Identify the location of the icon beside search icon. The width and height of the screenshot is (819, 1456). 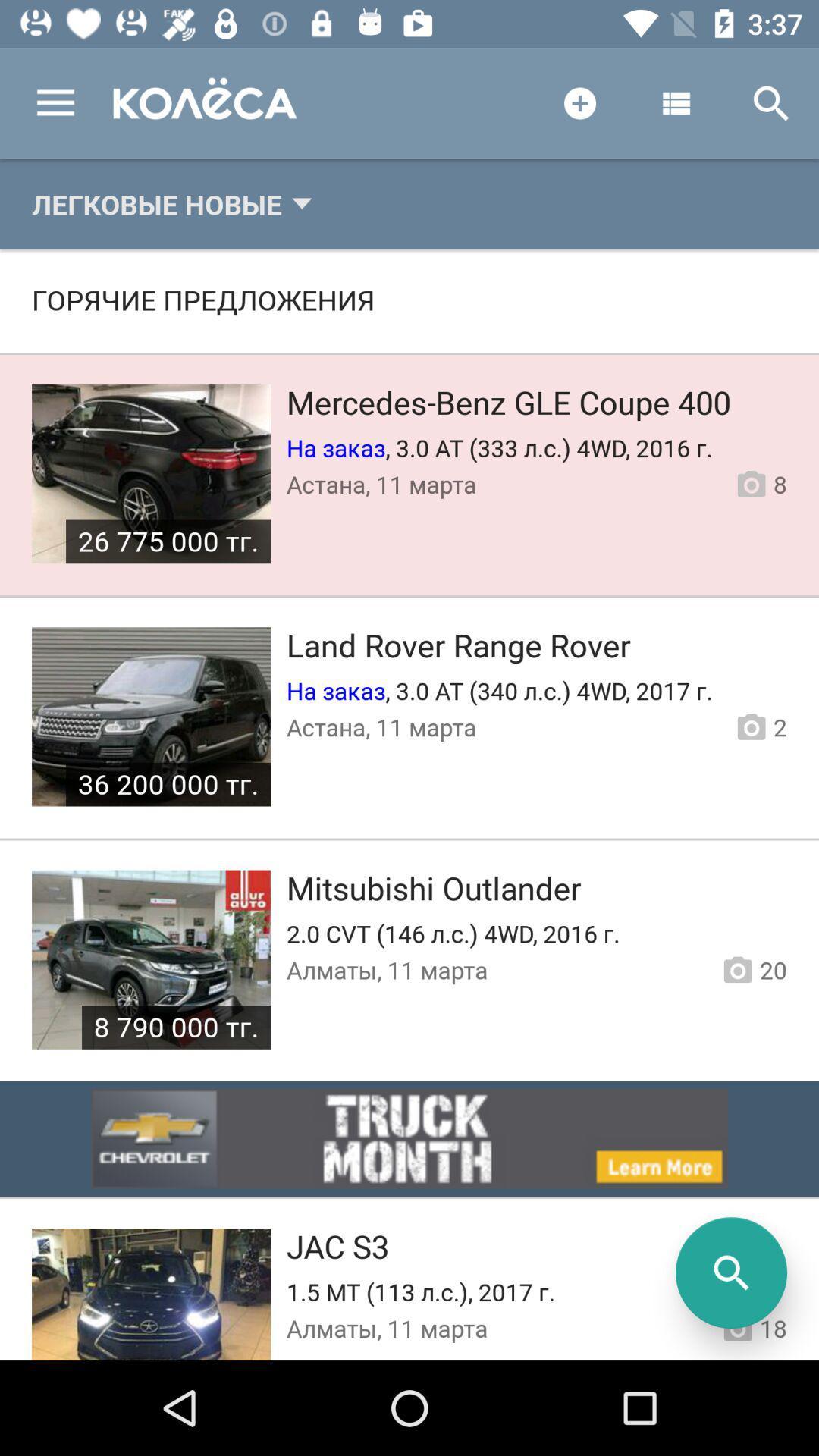
(675, 103).